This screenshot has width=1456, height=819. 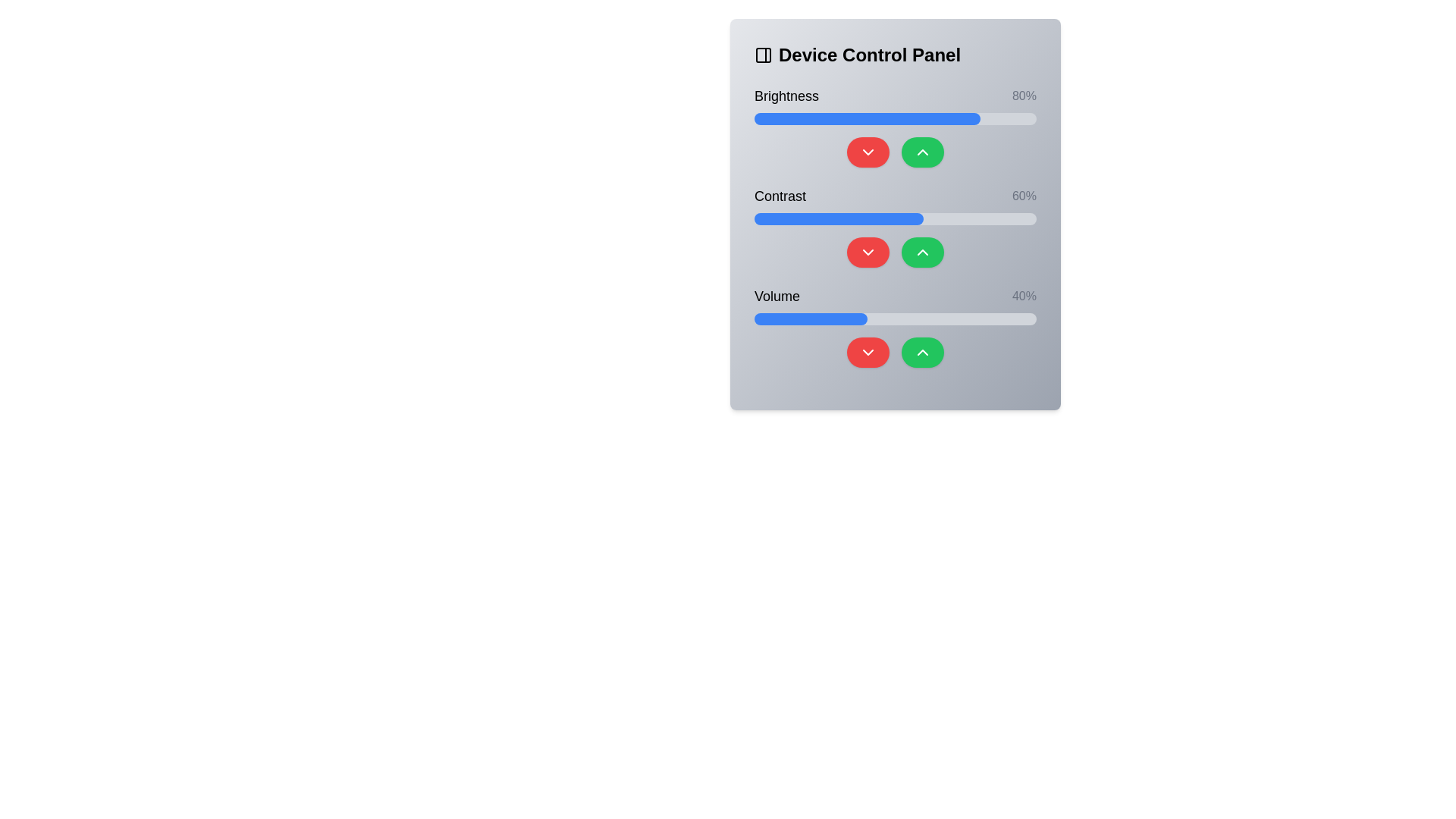 I want to click on the green button in the Brightness adjustment controls to increase brightness, so click(x=895, y=152).